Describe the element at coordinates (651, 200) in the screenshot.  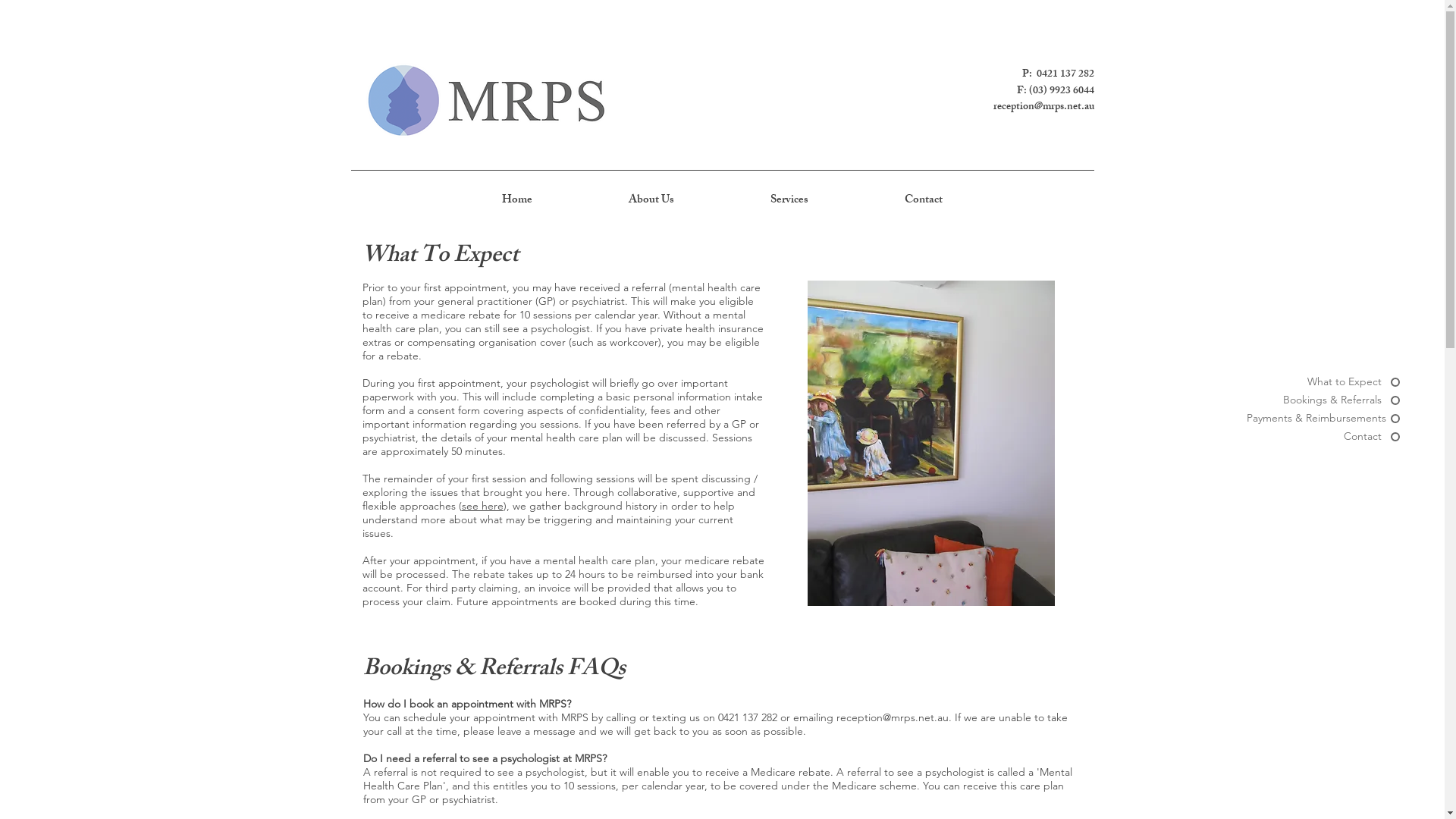
I see `'About Us'` at that location.